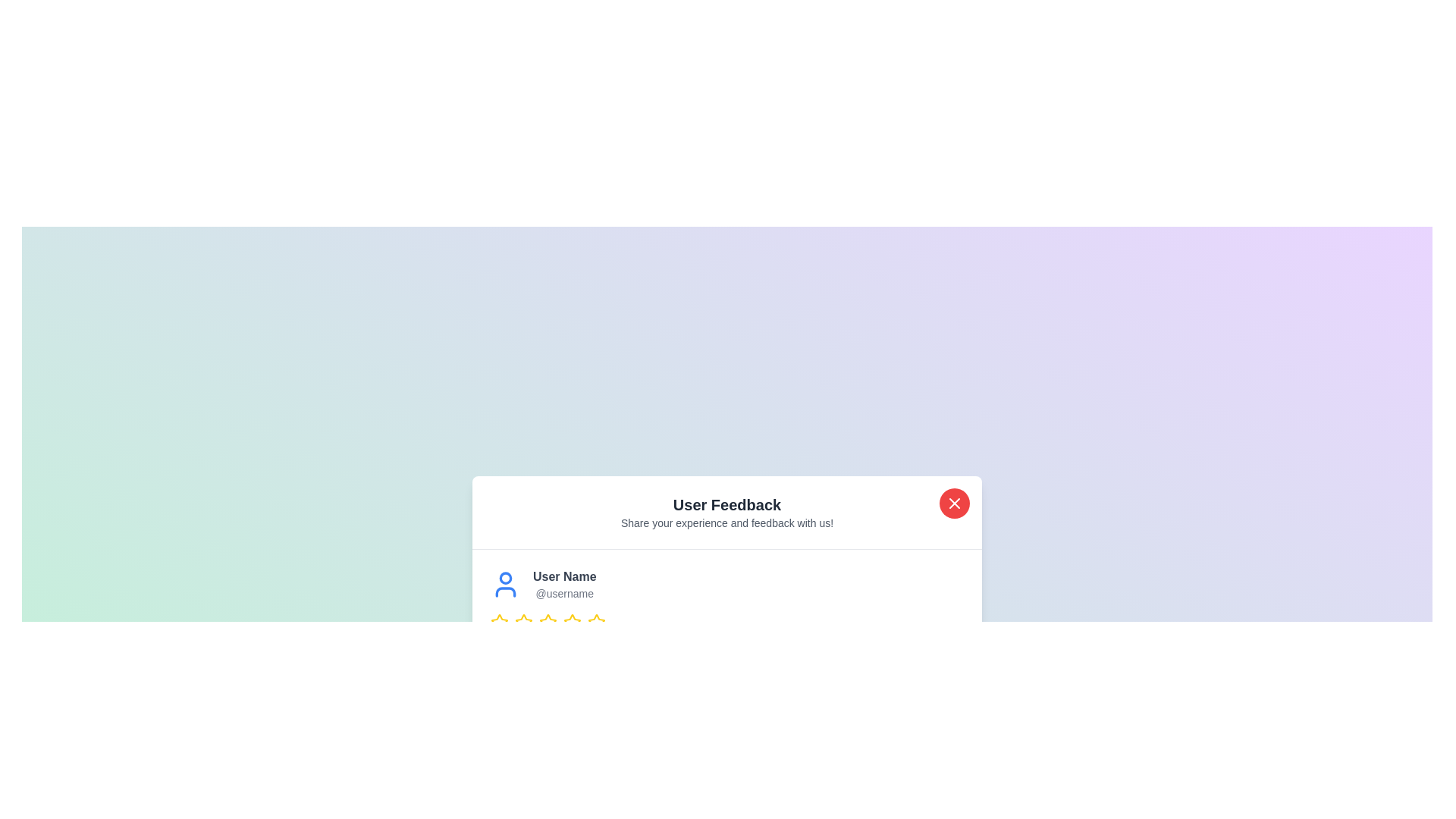  I want to click on displayed text in the text display block that shows the name and username information of a user, located next to the user avatar icon, so click(563, 583).